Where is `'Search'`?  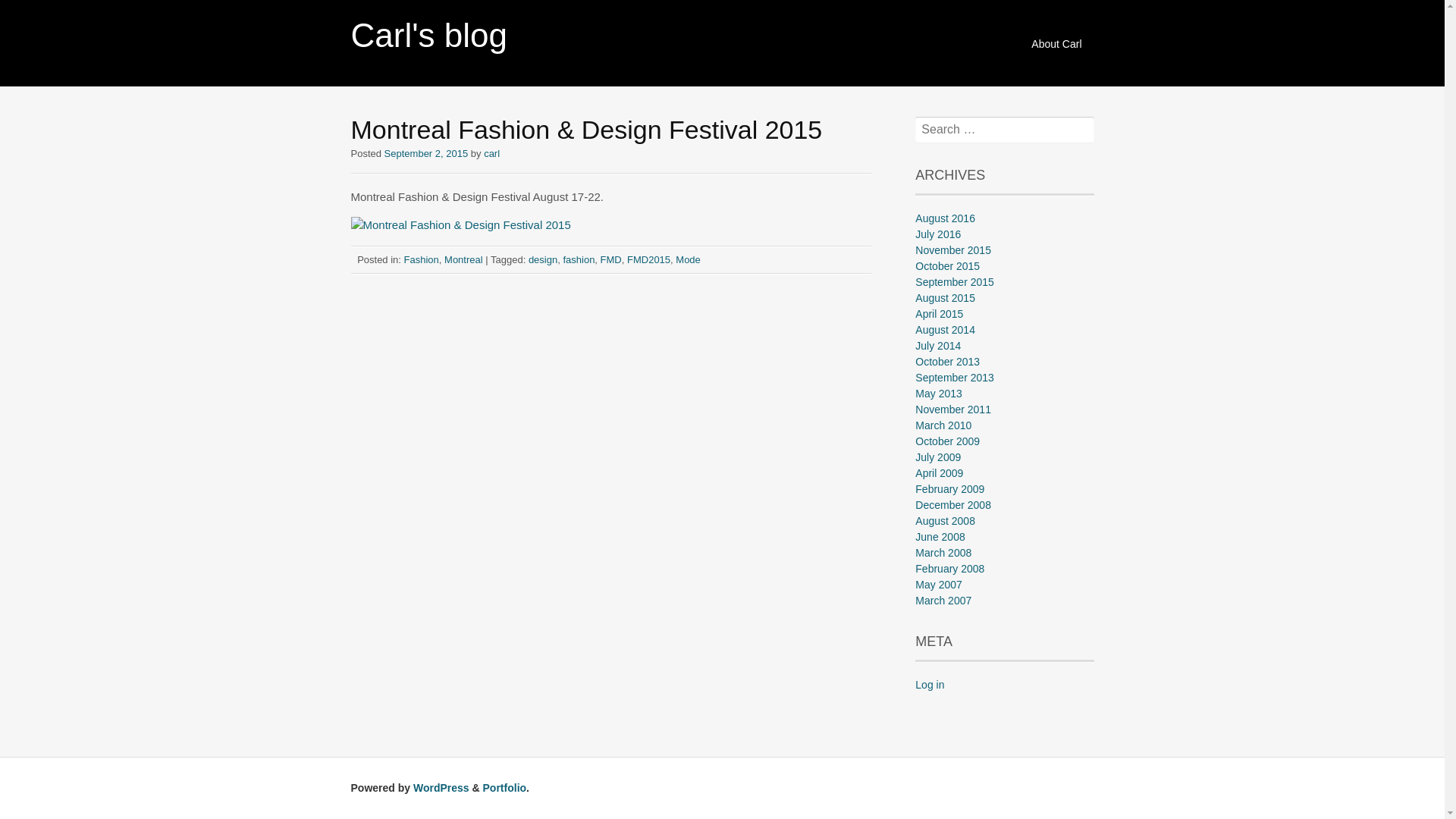 'Search' is located at coordinates (33, 12).